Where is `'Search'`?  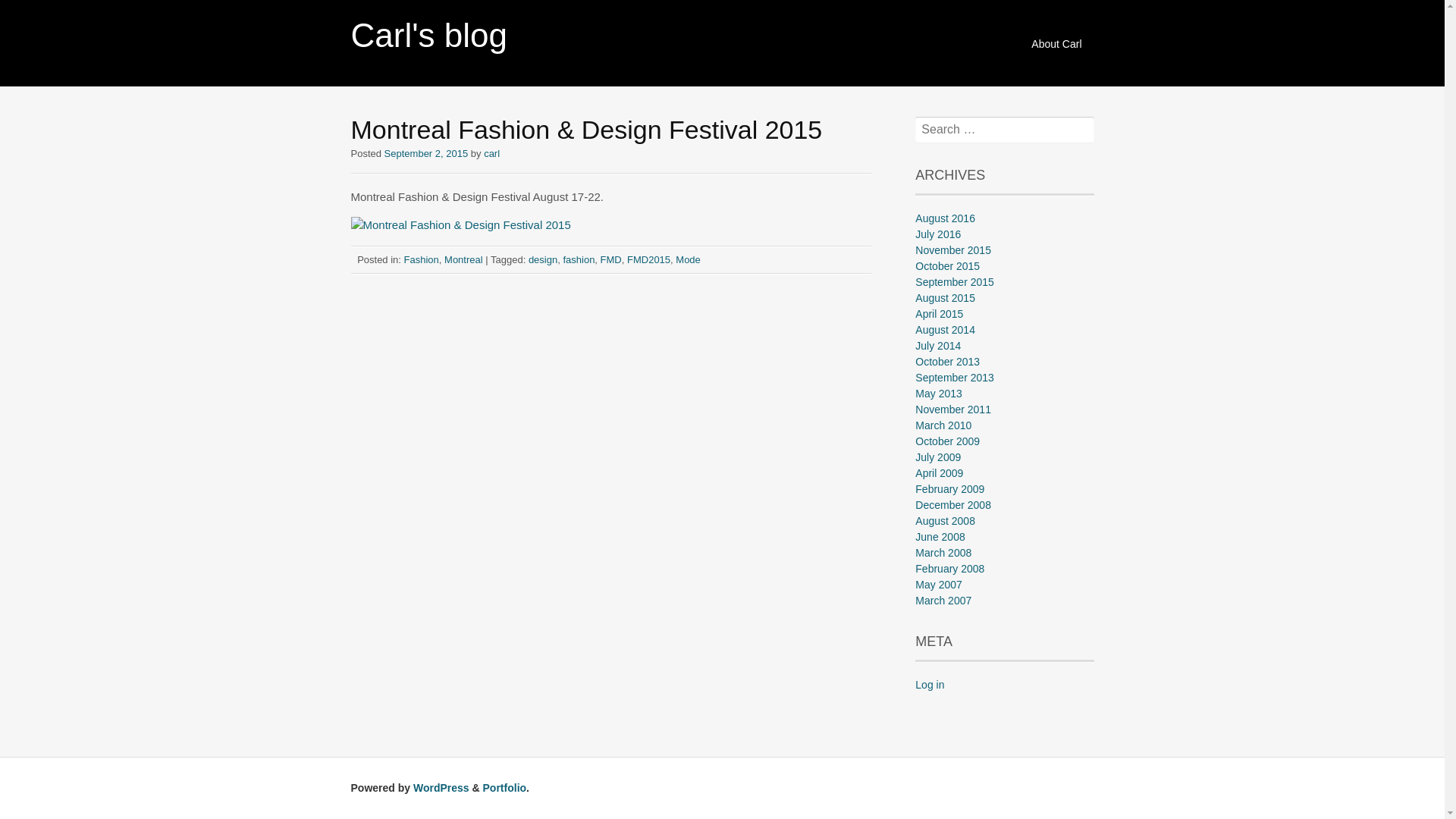 'Search' is located at coordinates (33, 12).